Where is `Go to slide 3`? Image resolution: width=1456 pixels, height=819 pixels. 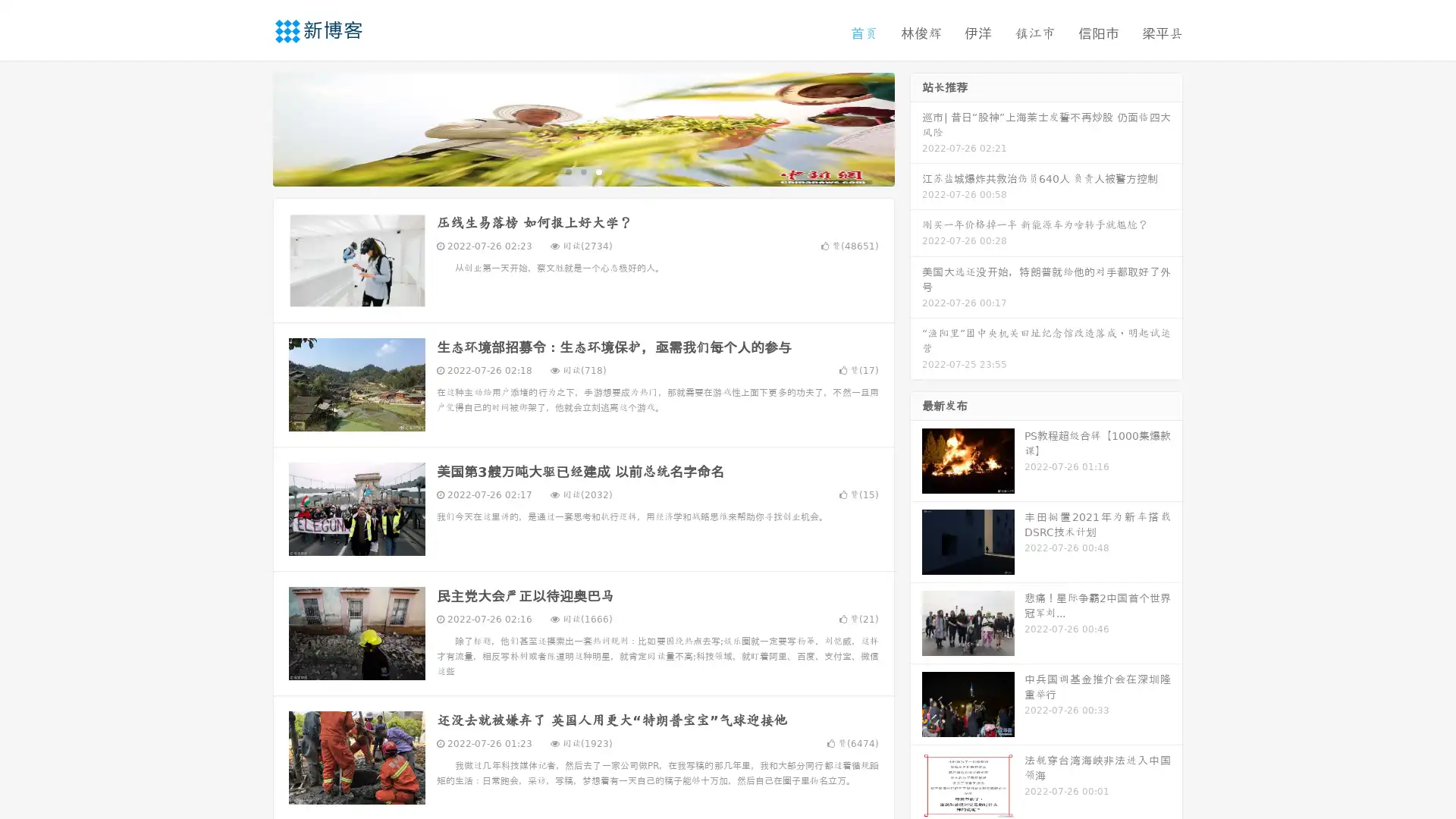
Go to slide 3 is located at coordinates (598, 171).